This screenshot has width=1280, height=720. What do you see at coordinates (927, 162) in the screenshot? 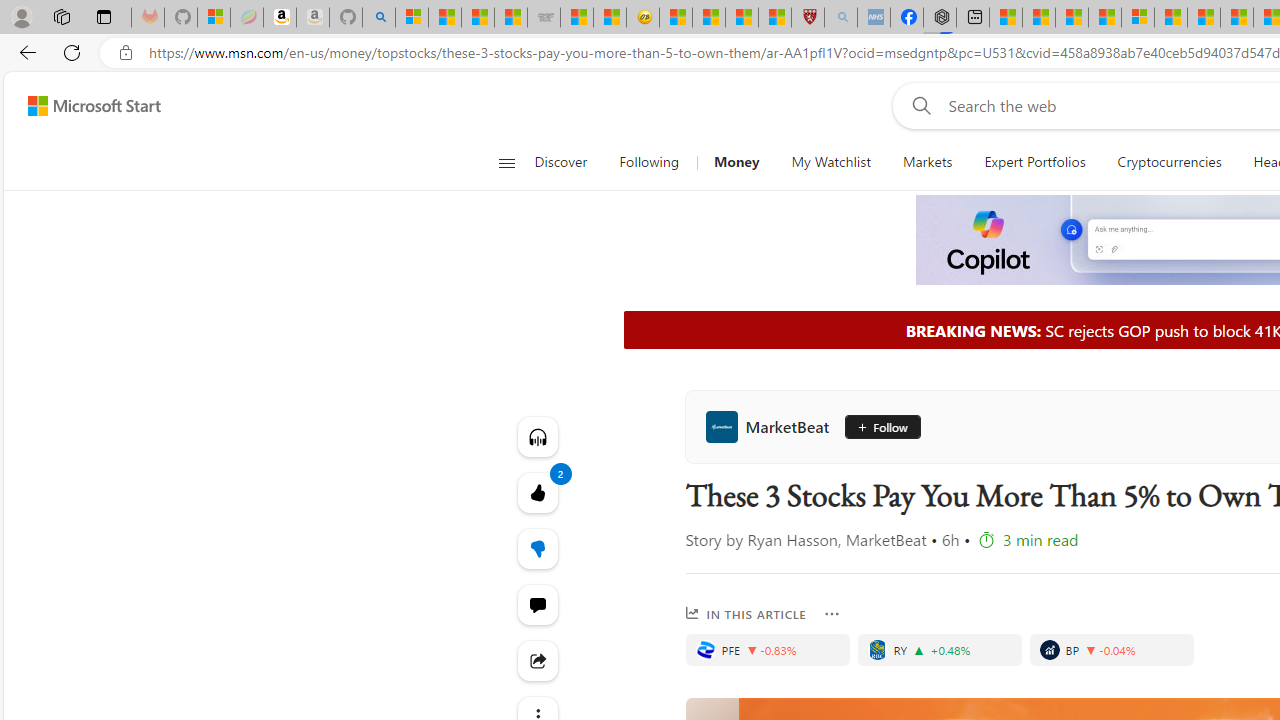
I see `'Markets'` at bounding box center [927, 162].